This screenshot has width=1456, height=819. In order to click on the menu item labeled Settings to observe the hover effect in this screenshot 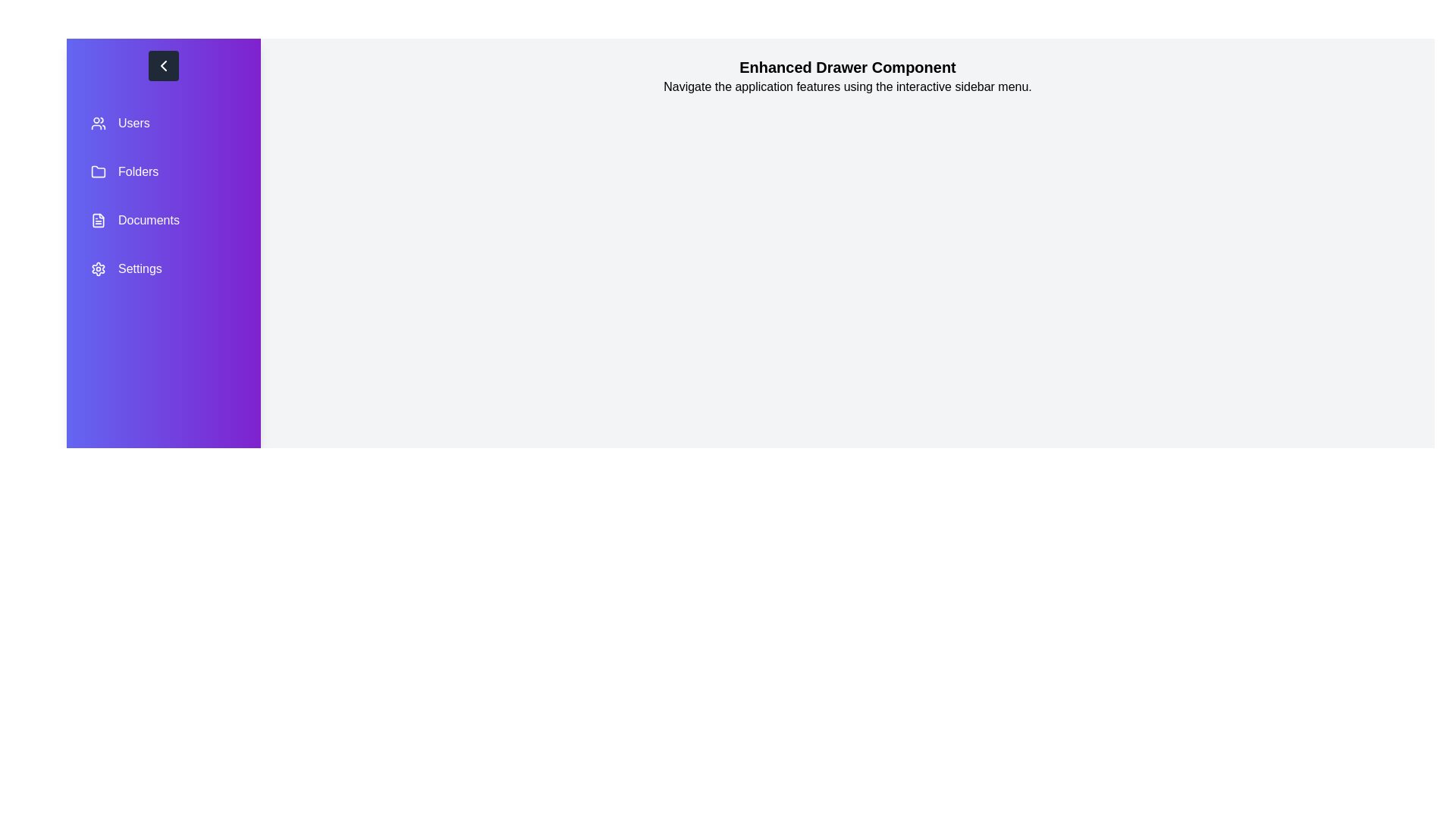, I will do `click(164, 268)`.